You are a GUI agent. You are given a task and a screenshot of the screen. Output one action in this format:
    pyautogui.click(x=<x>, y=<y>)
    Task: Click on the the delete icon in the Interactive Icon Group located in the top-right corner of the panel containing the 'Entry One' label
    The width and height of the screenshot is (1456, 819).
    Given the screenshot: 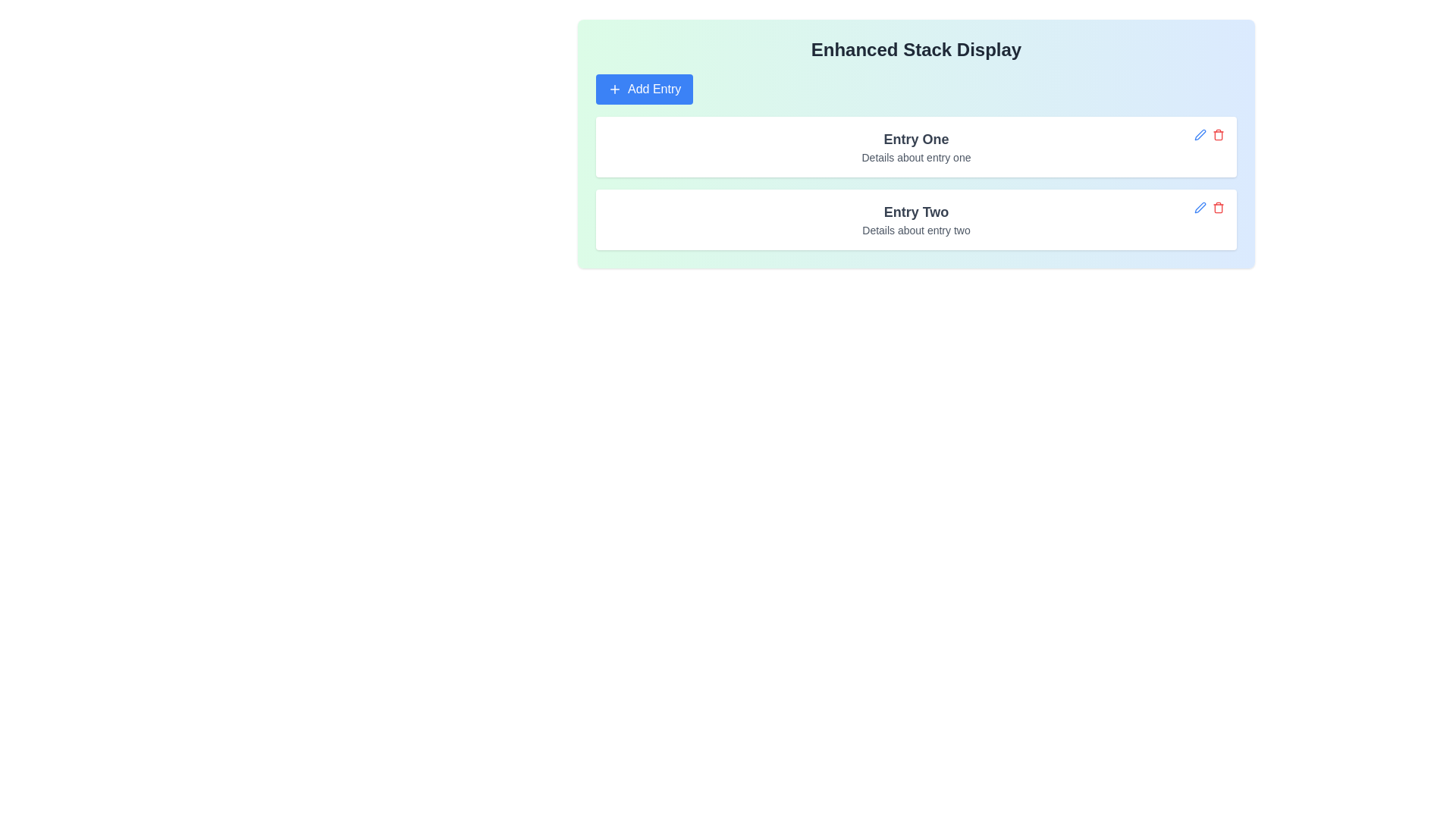 What is the action you would take?
    pyautogui.click(x=1208, y=133)
    